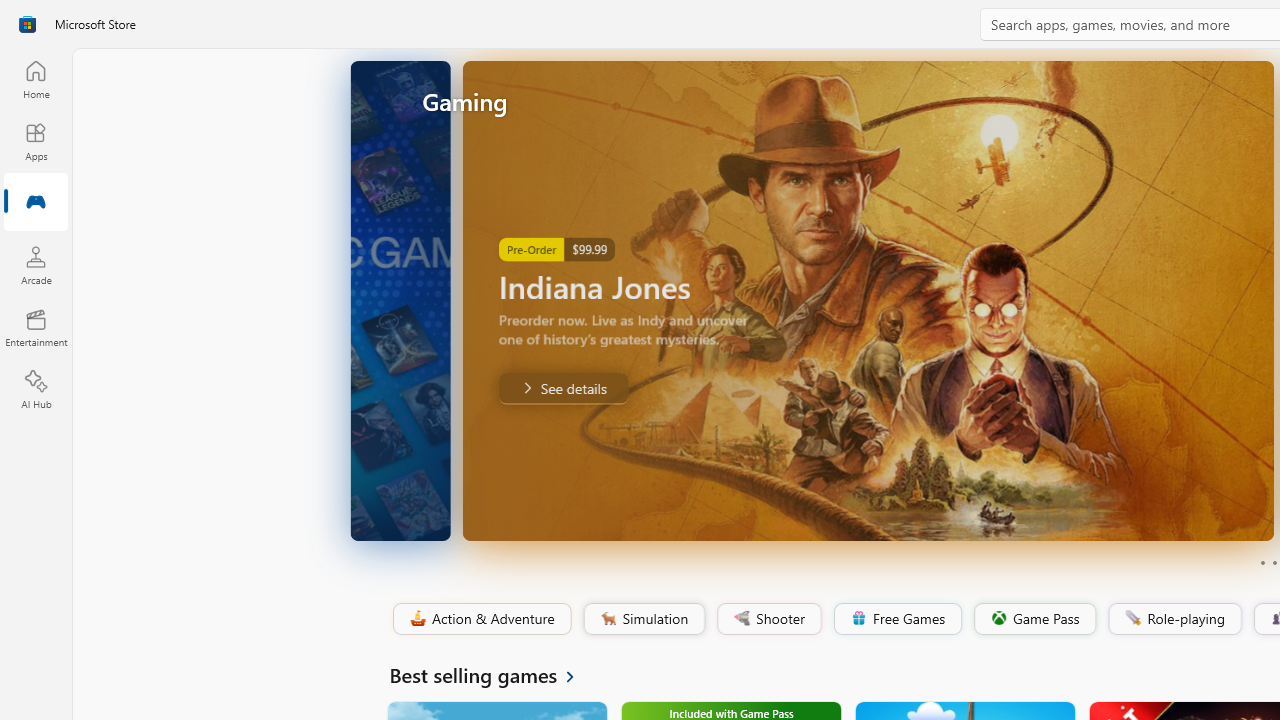 The height and width of the screenshot is (720, 1280). What do you see at coordinates (1175, 618) in the screenshot?
I see `'Role-playing'` at bounding box center [1175, 618].